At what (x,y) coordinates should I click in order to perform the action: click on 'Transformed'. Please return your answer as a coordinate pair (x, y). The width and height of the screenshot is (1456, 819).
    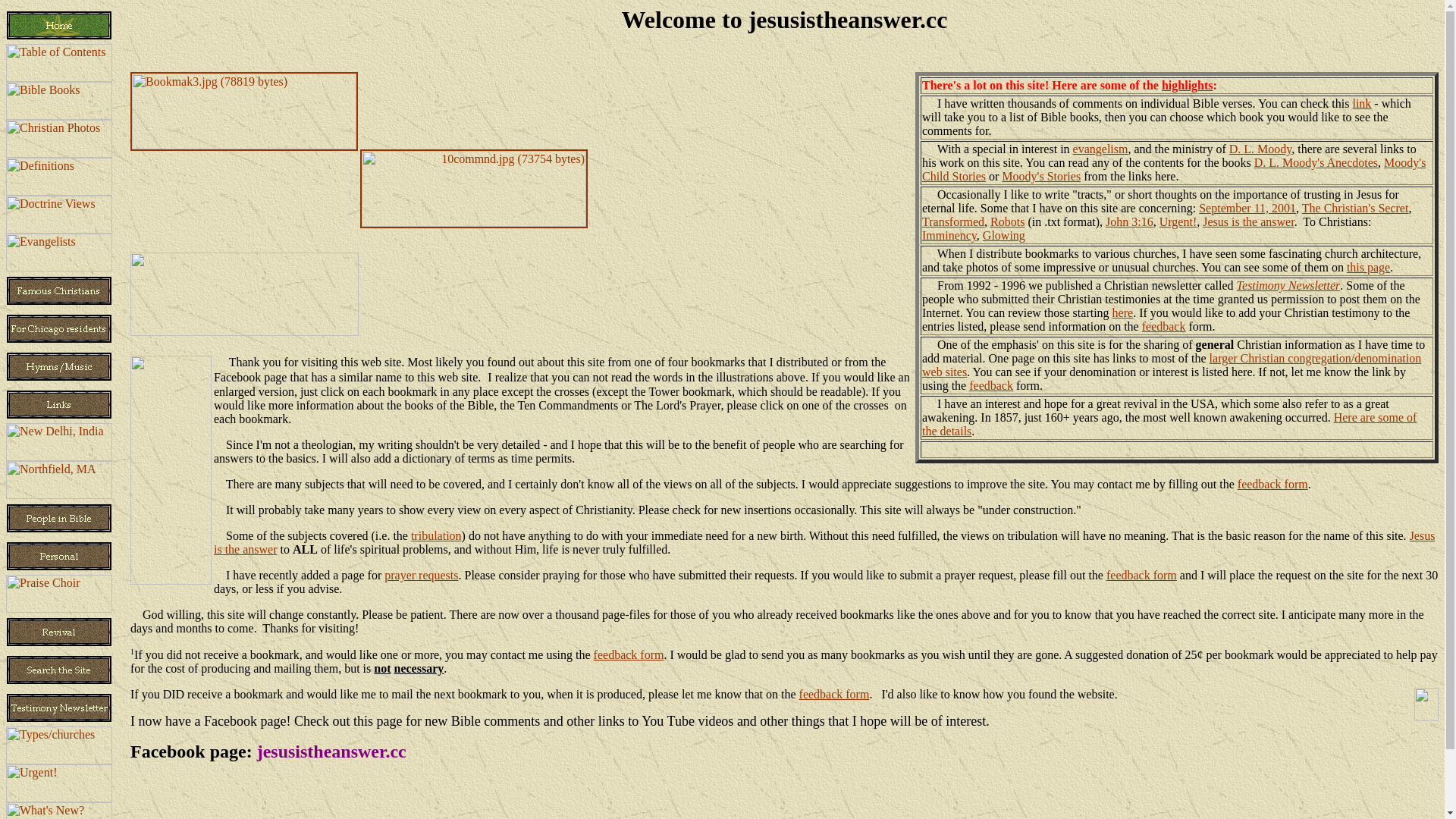
    Looking at the image, I should click on (952, 221).